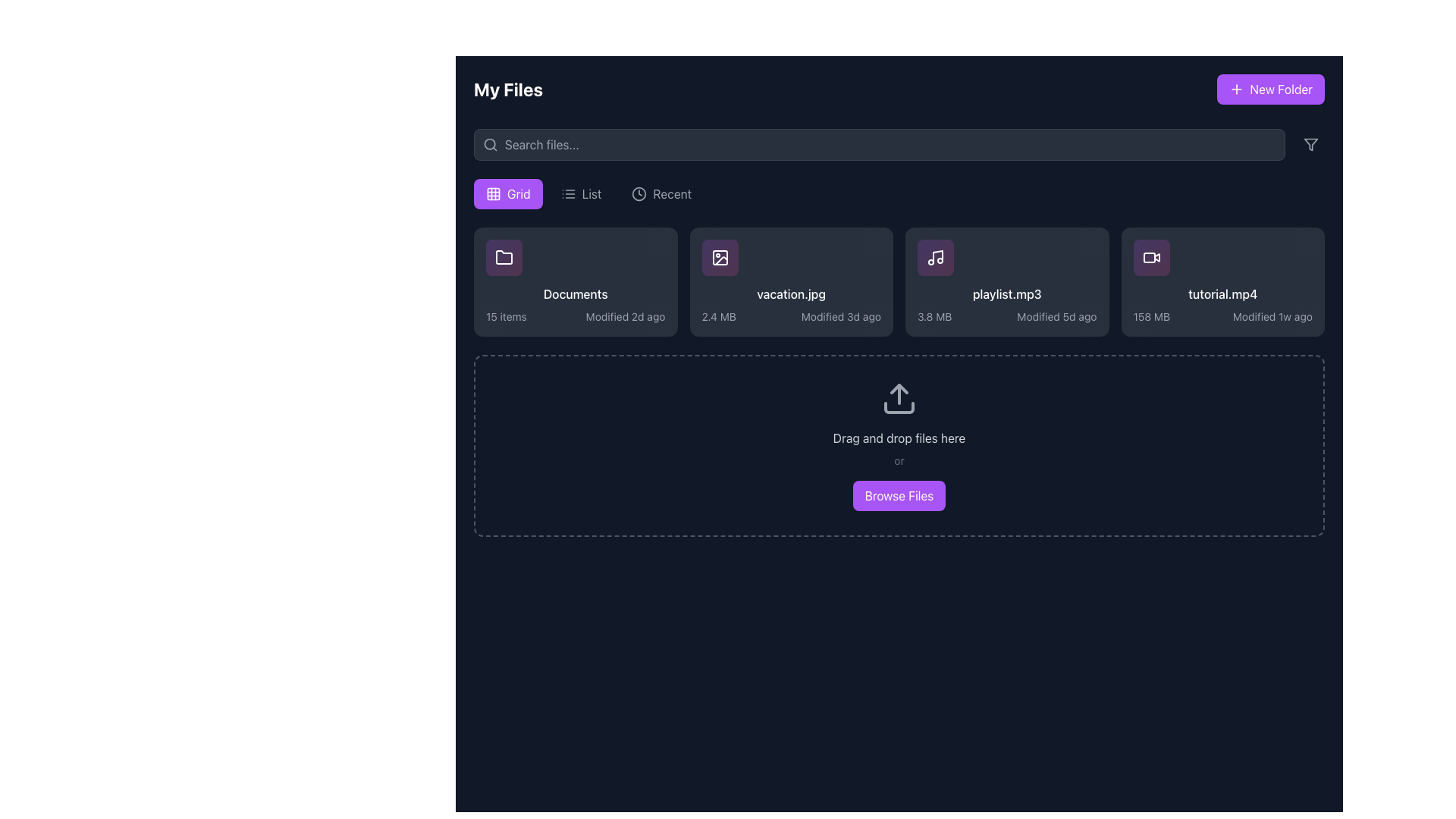 Image resolution: width=1456 pixels, height=819 pixels. What do you see at coordinates (1259, 281) in the screenshot?
I see `the delete button labeled 'tutorial.mp4' located in the top-right corner of its item's thumbnail` at bounding box center [1259, 281].